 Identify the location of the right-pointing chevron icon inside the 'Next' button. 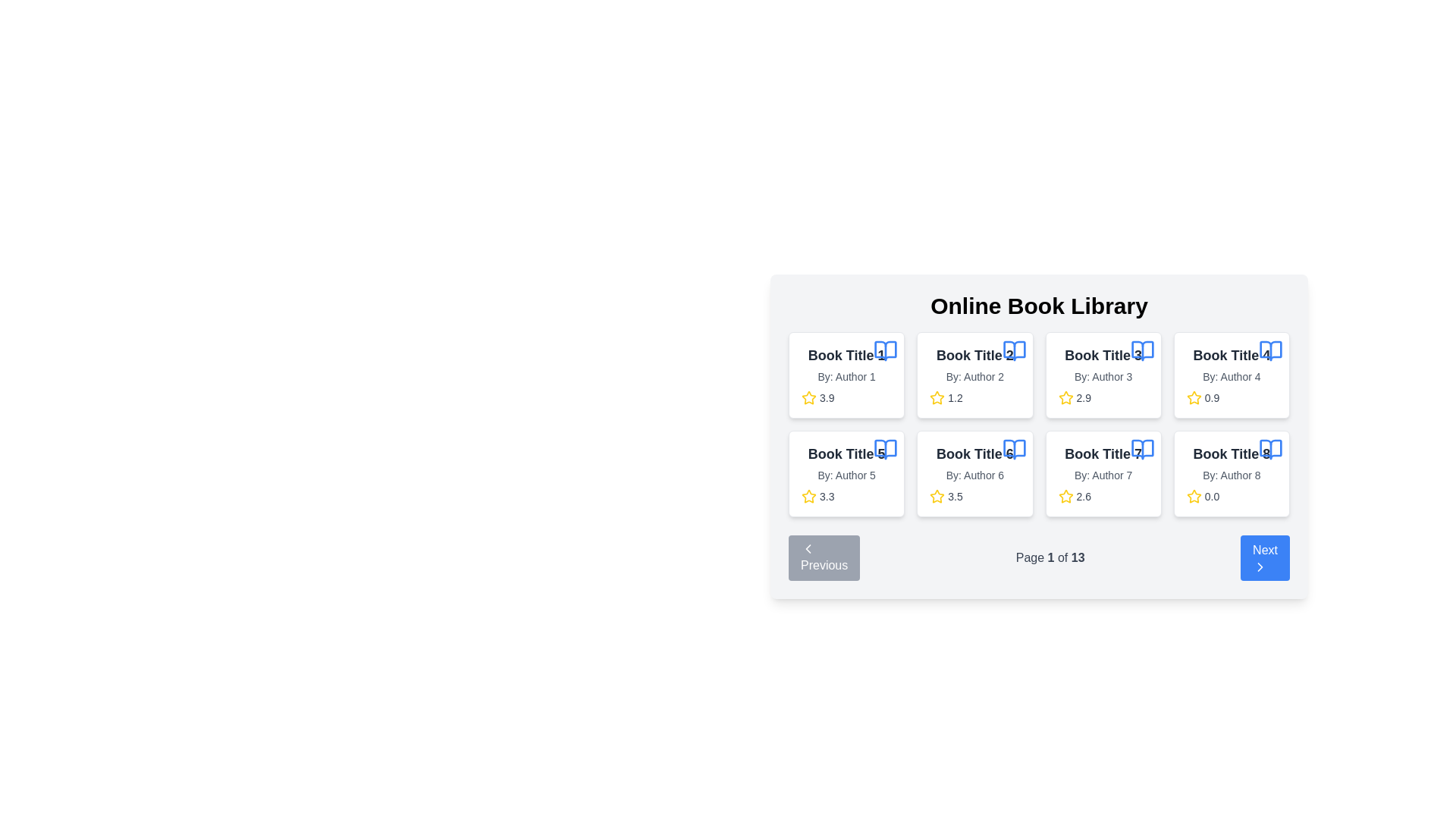
(1260, 567).